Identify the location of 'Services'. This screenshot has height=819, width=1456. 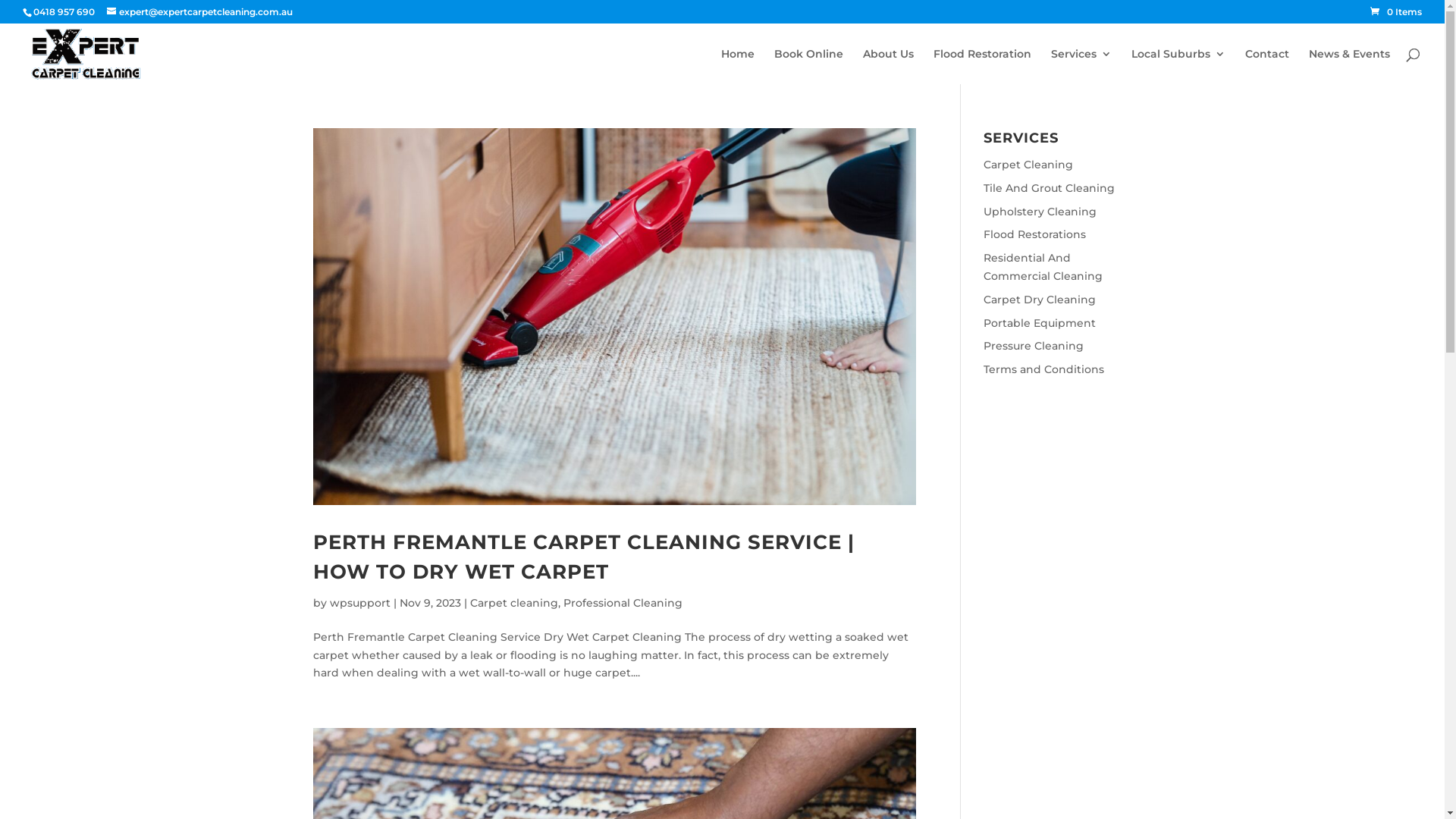
(1080, 65).